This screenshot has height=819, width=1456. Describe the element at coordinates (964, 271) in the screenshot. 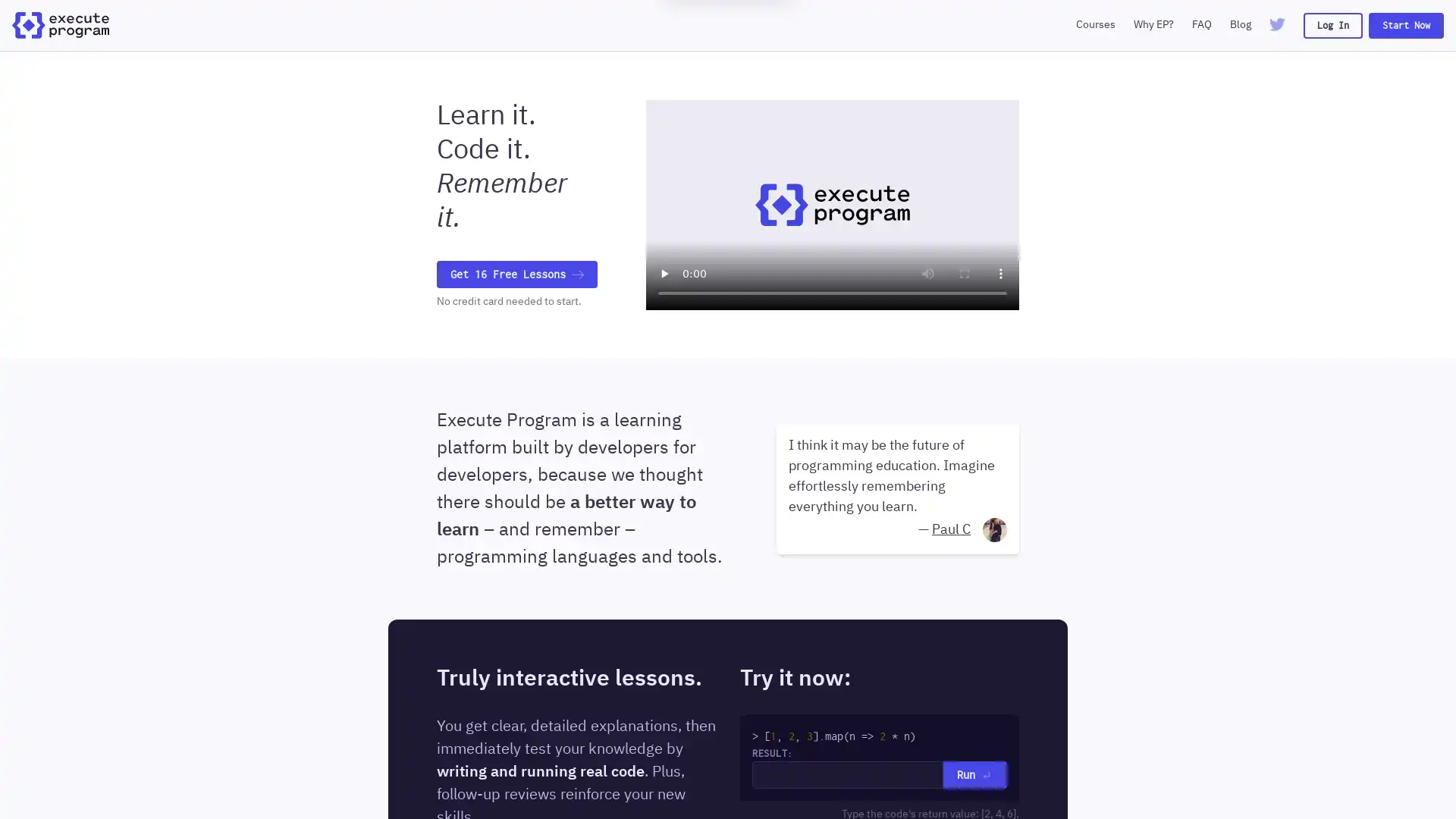

I see `enter full screen` at that location.